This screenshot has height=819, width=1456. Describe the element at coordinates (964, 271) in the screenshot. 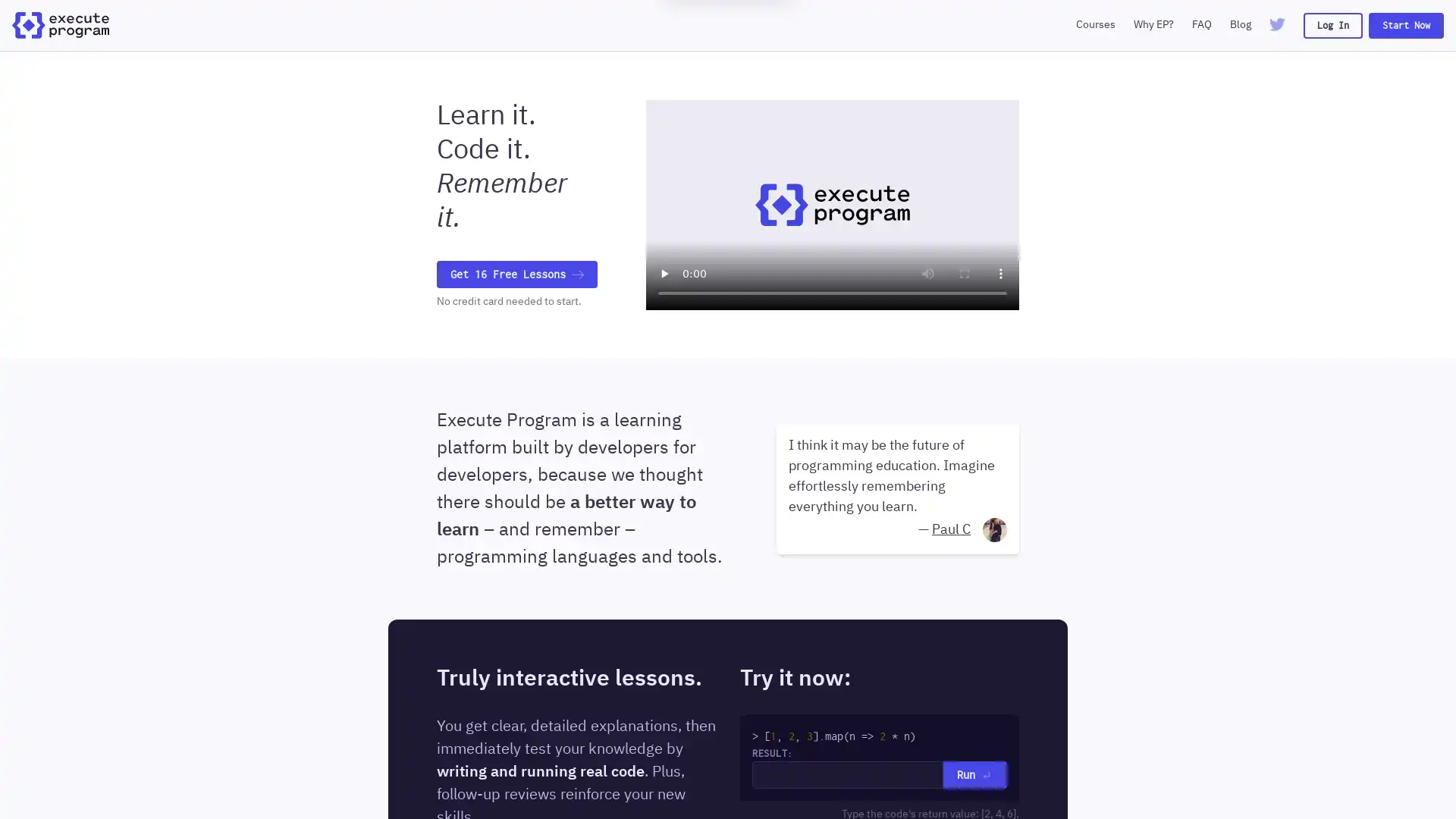

I see `enter full screen` at that location.